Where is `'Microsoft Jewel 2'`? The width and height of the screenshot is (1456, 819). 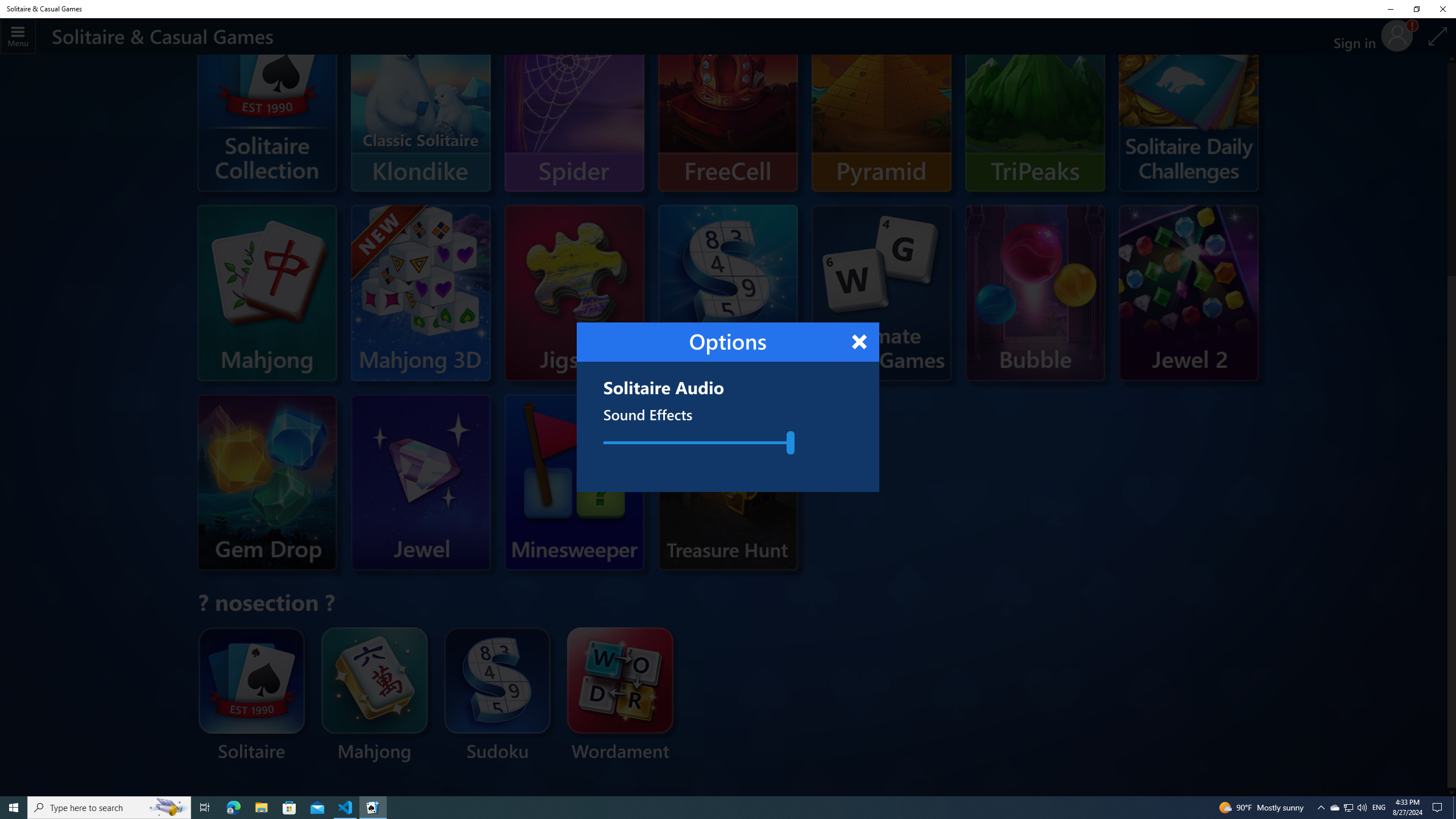
'Microsoft Jewel 2' is located at coordinates (1187, 292).